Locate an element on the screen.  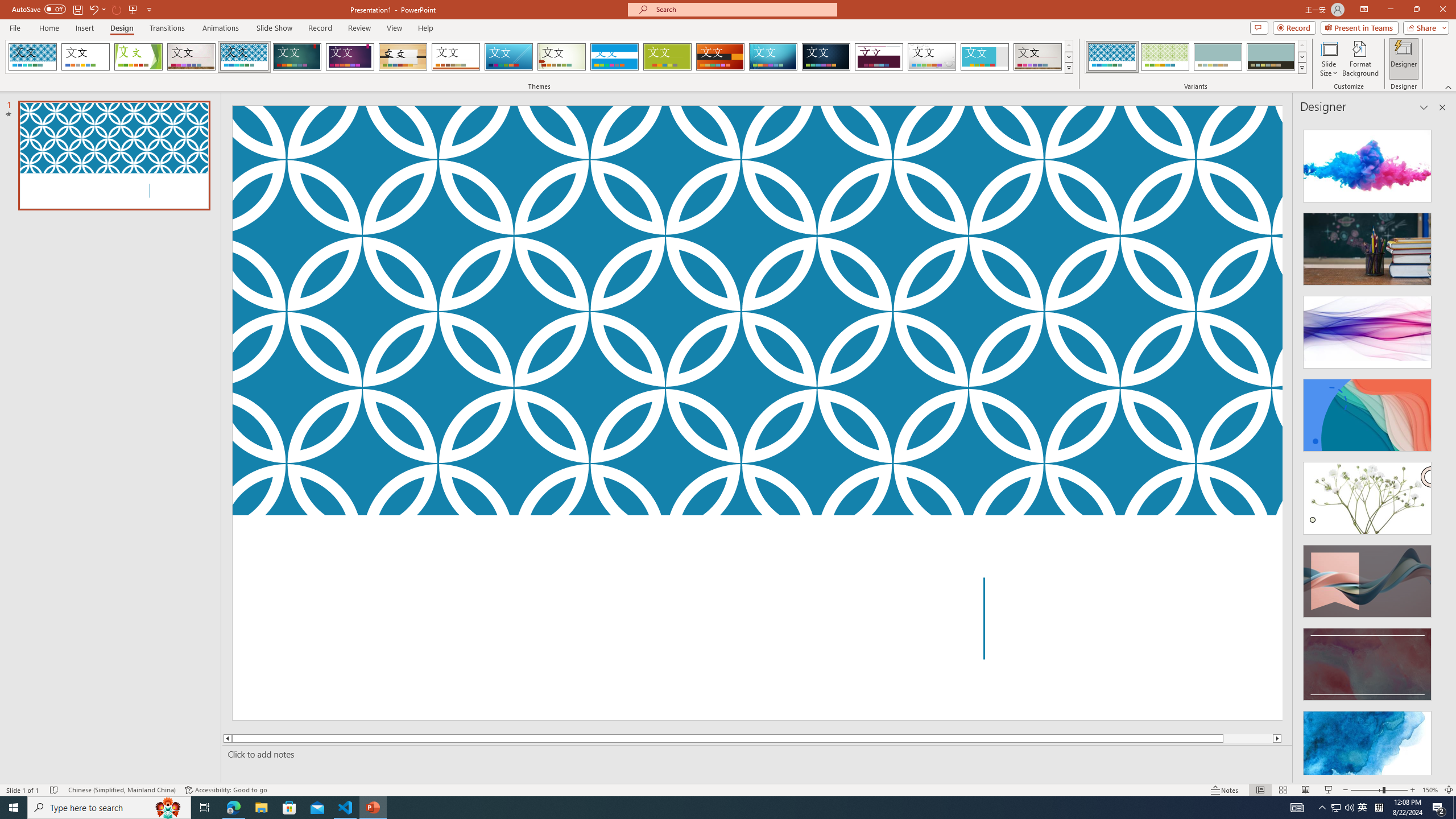
'Banded Loading Preview...' is located at coordinates (614, 56).